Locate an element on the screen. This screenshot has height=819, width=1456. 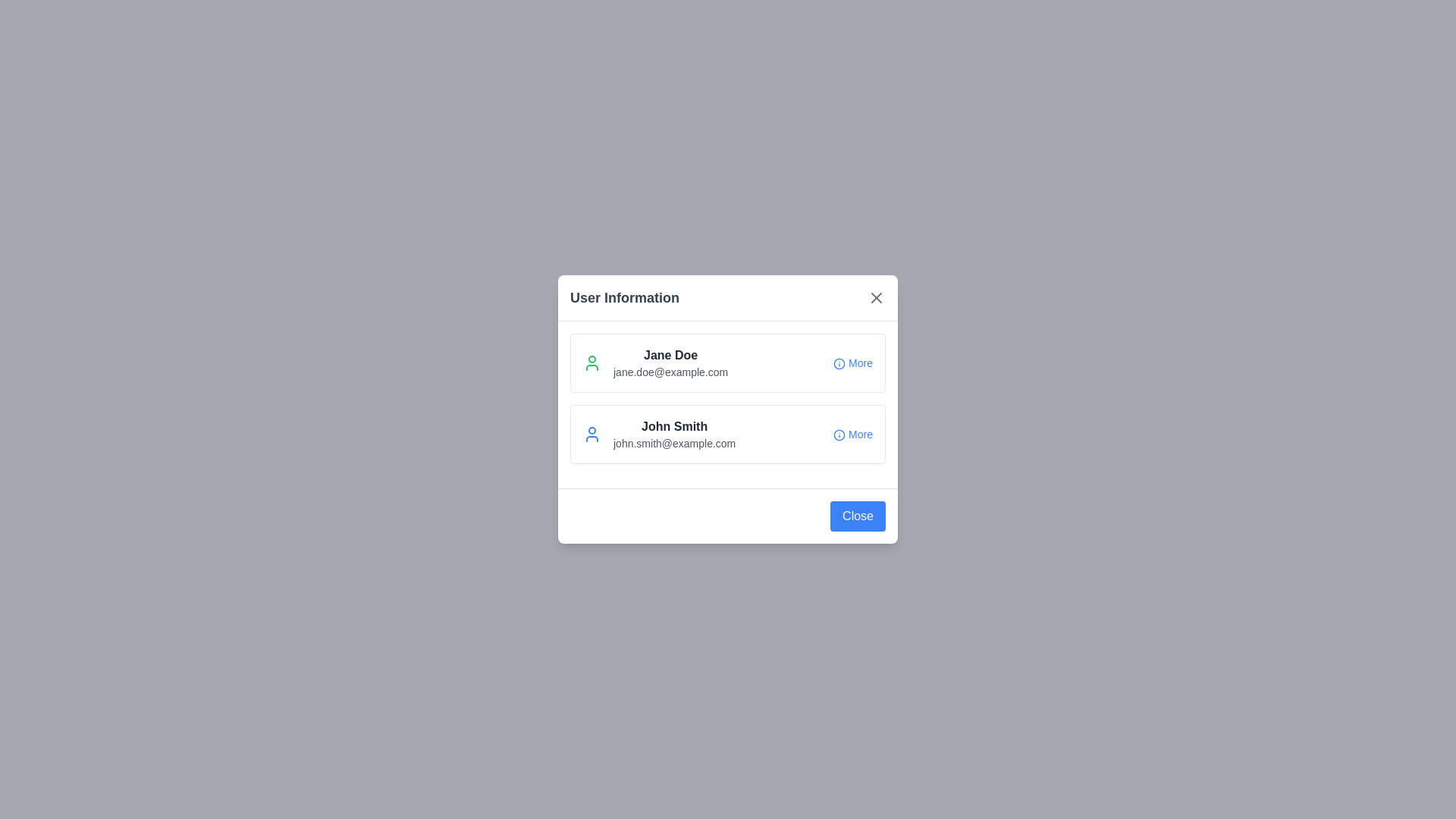
close button in the dialog header to close the dialog is located at coordinates (877, 298).